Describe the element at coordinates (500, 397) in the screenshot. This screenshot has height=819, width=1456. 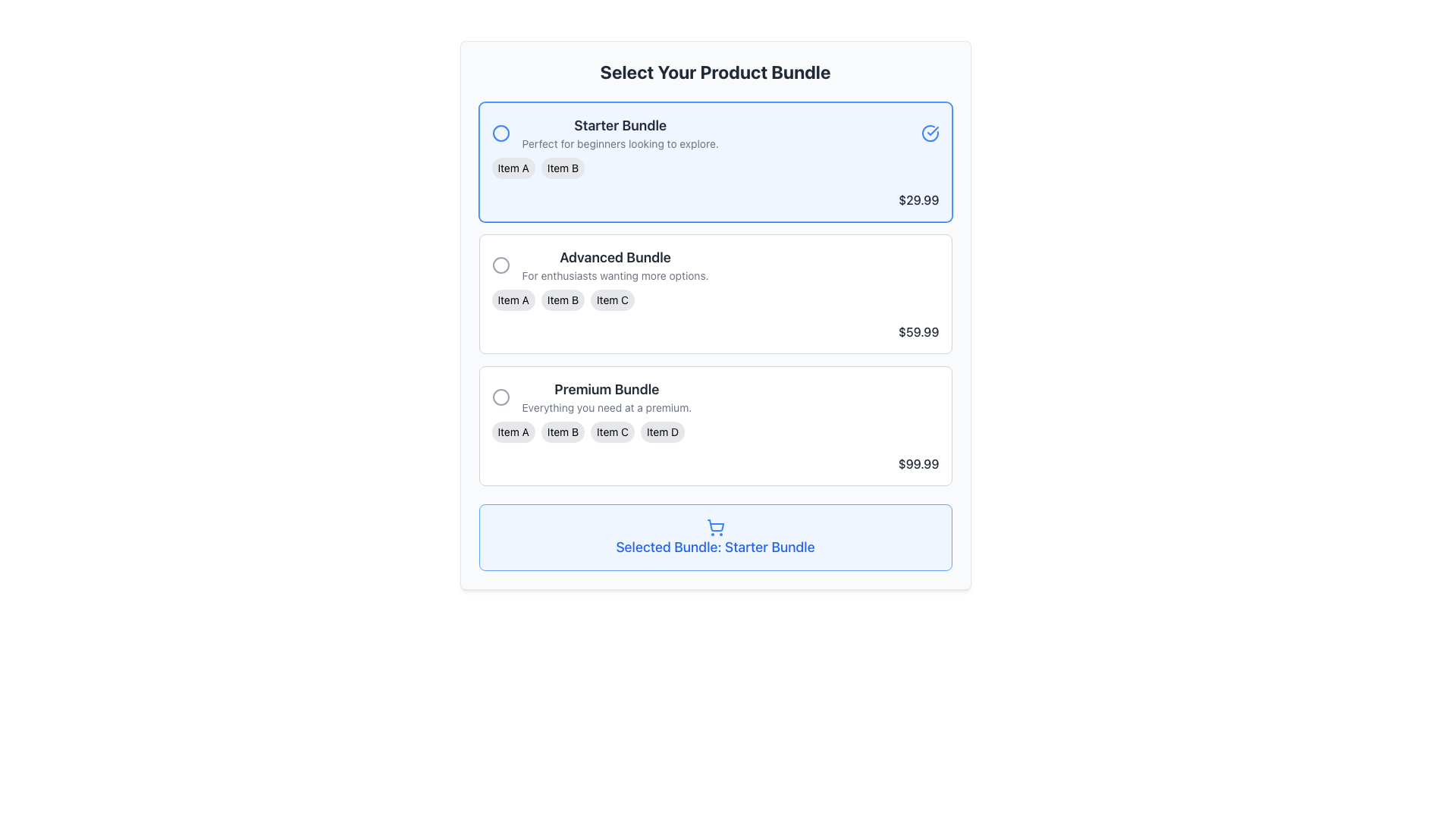
I see `the circular icon` at that location.